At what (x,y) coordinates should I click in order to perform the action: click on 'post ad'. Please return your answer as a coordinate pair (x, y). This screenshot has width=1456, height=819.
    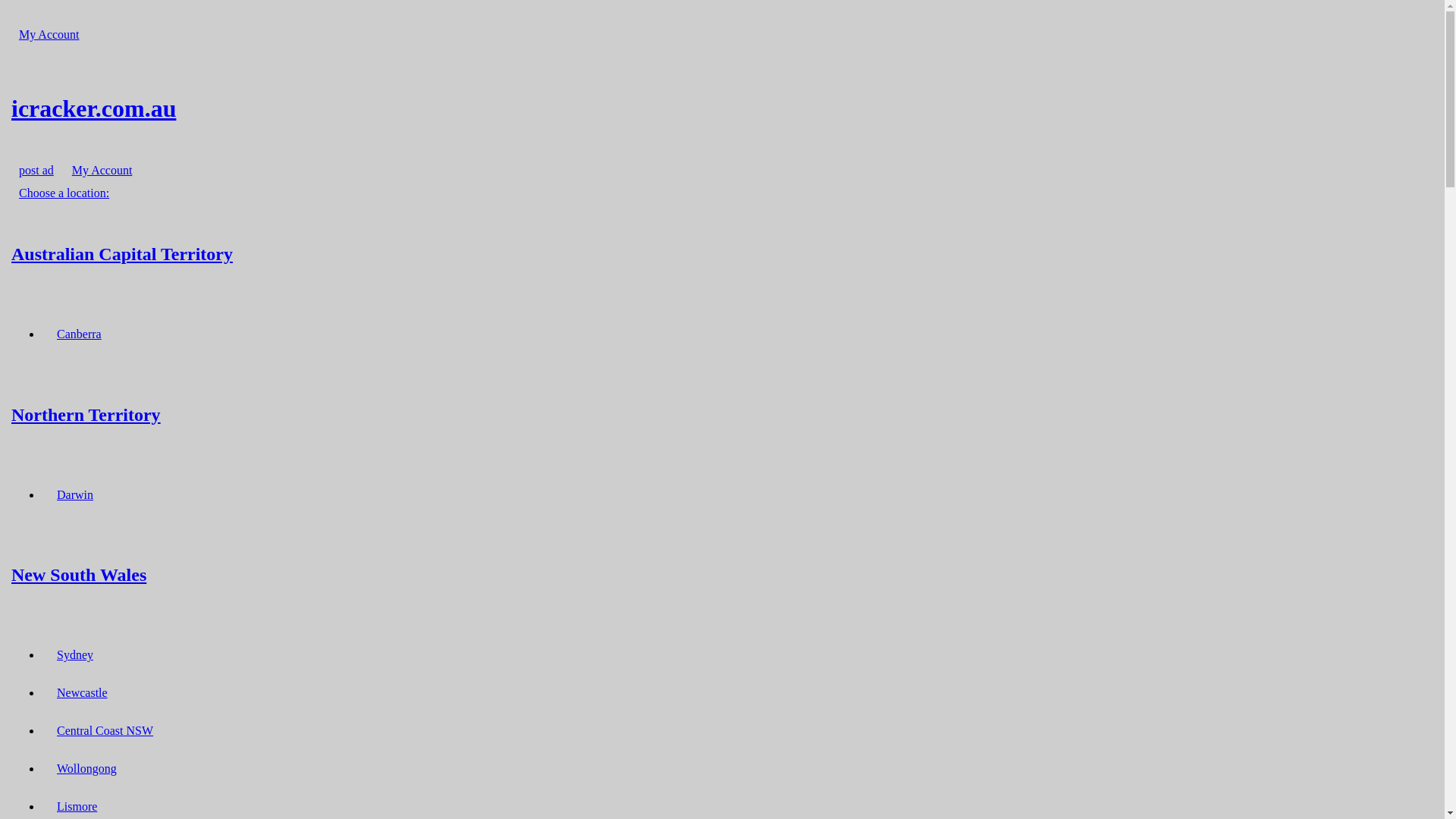
    Looking at the image, I should click on (36, 170).